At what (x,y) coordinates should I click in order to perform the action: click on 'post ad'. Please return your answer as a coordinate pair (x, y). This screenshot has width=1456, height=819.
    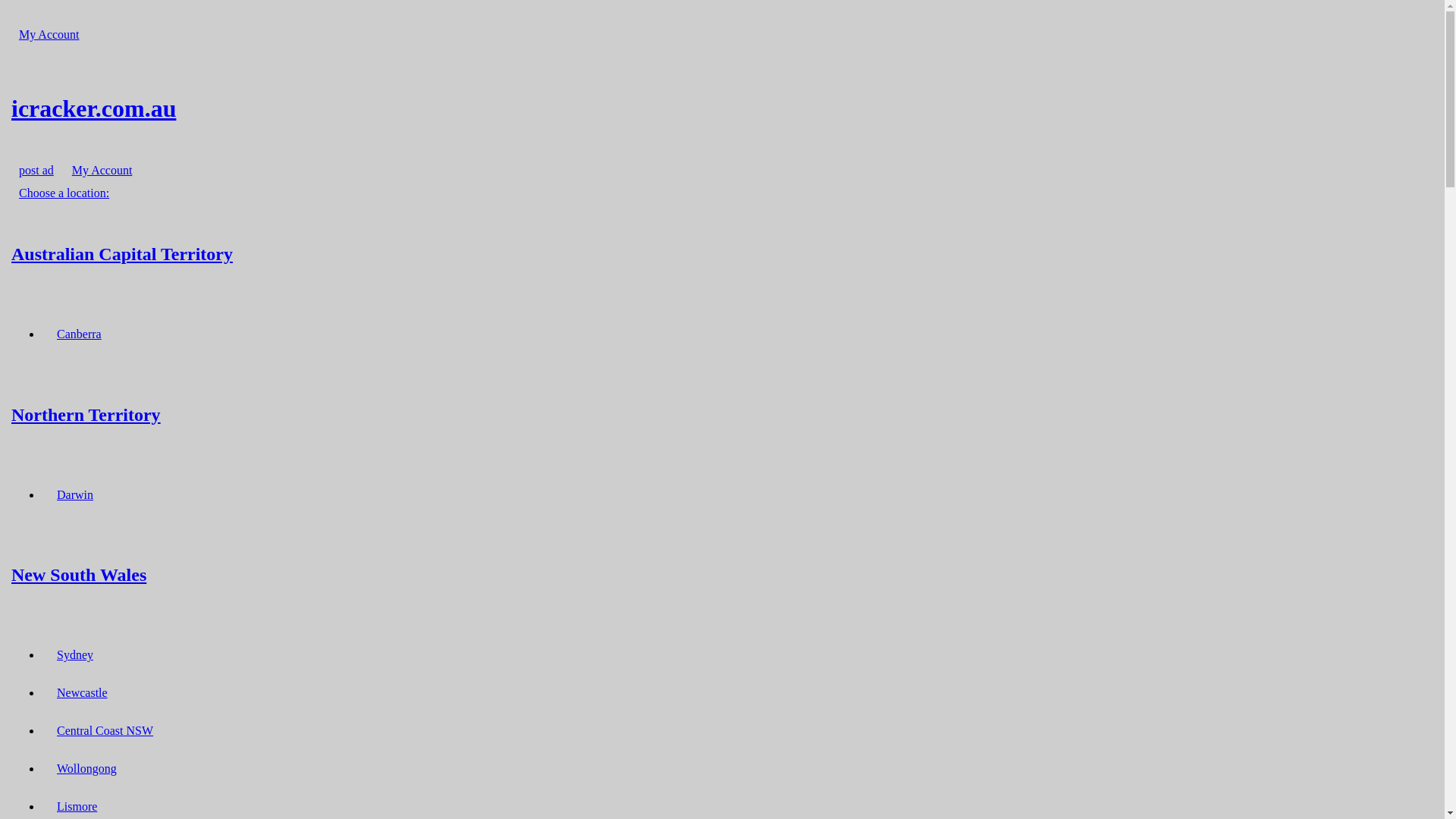
    Looking at the image, I should click on (36, 170).